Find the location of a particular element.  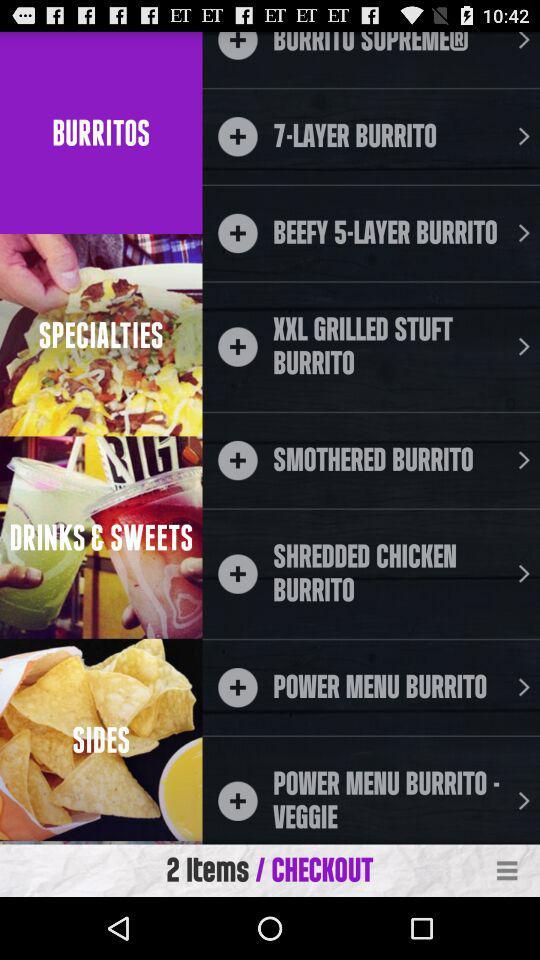

the add button beside the 7 layer burrito text is located at coordinates (237, 135).